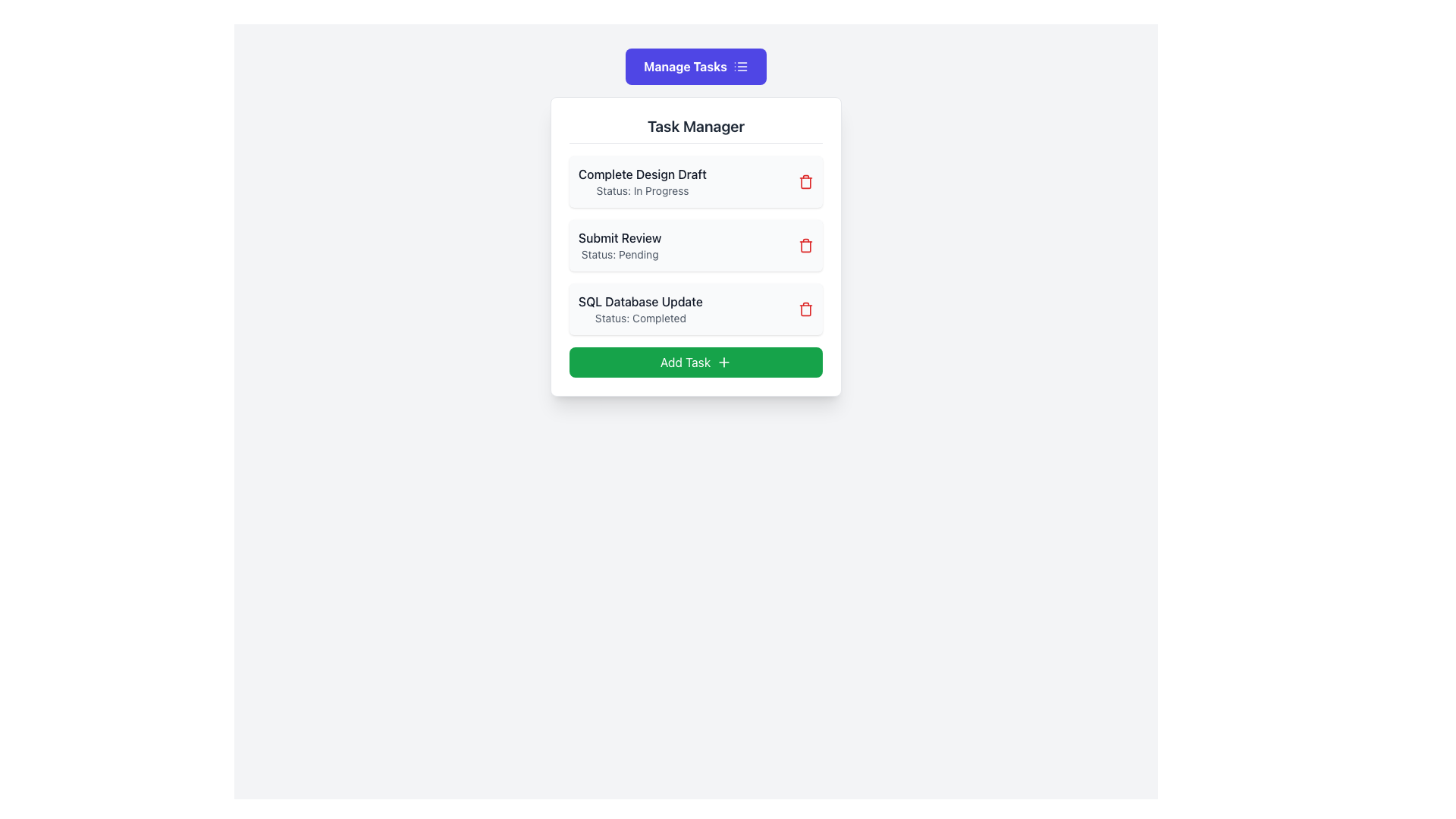 This screenshot has height=819, width=1456. Describe the element at coordinates (620, 245) in the screenshot. I see `the 'Submit Review' text display element, which shows 'Status: Pending' below it, located in the 'Task Manager' card layout` at that location.